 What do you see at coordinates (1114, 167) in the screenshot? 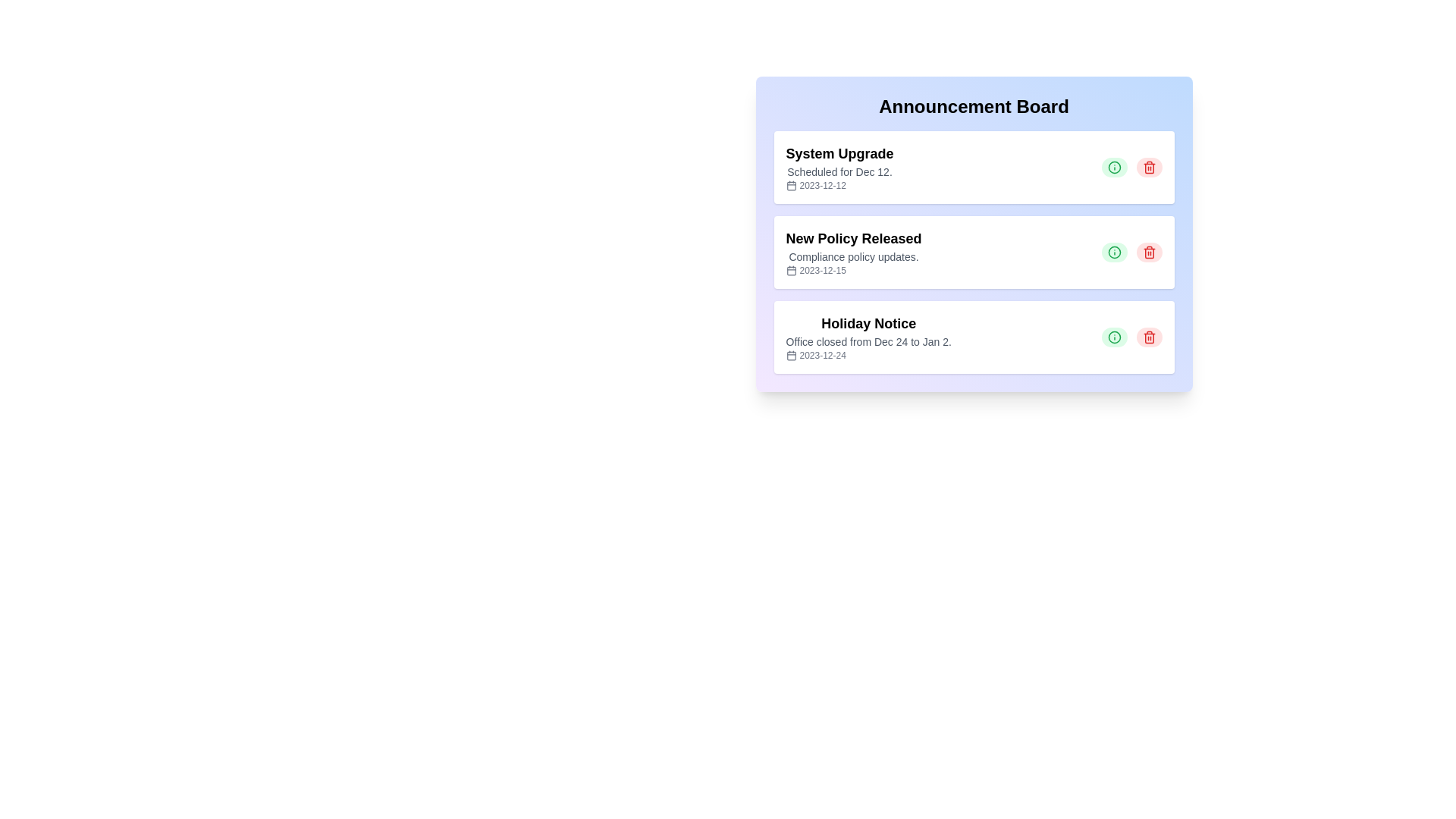
I see `the detail button for the announcement titled 'System Upgrade'` at bounding box center [1114, 167].